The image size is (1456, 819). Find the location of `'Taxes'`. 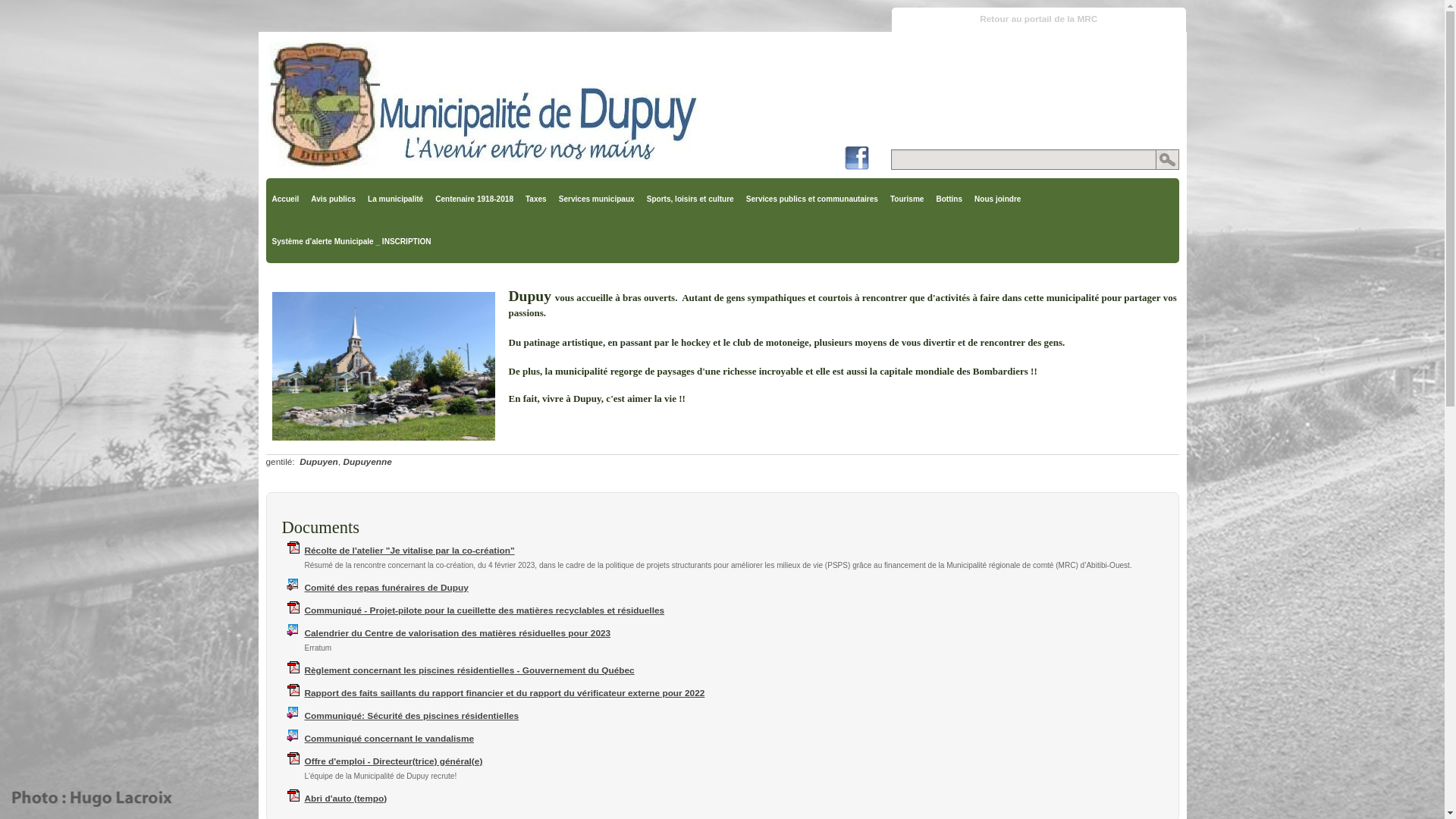

'Taxes' is located at coordinates (535, 198).